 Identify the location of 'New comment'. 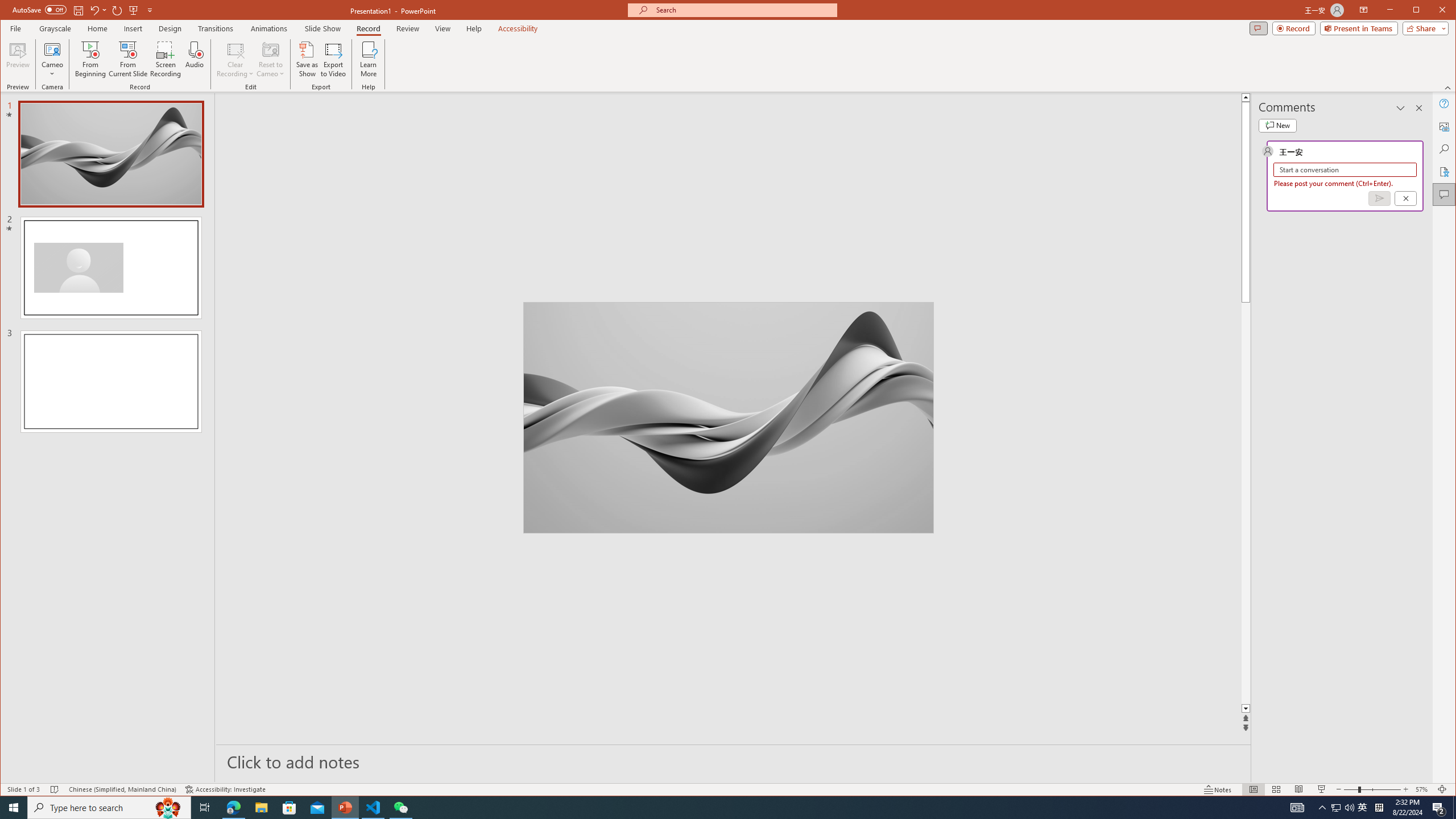
(1277, 126).